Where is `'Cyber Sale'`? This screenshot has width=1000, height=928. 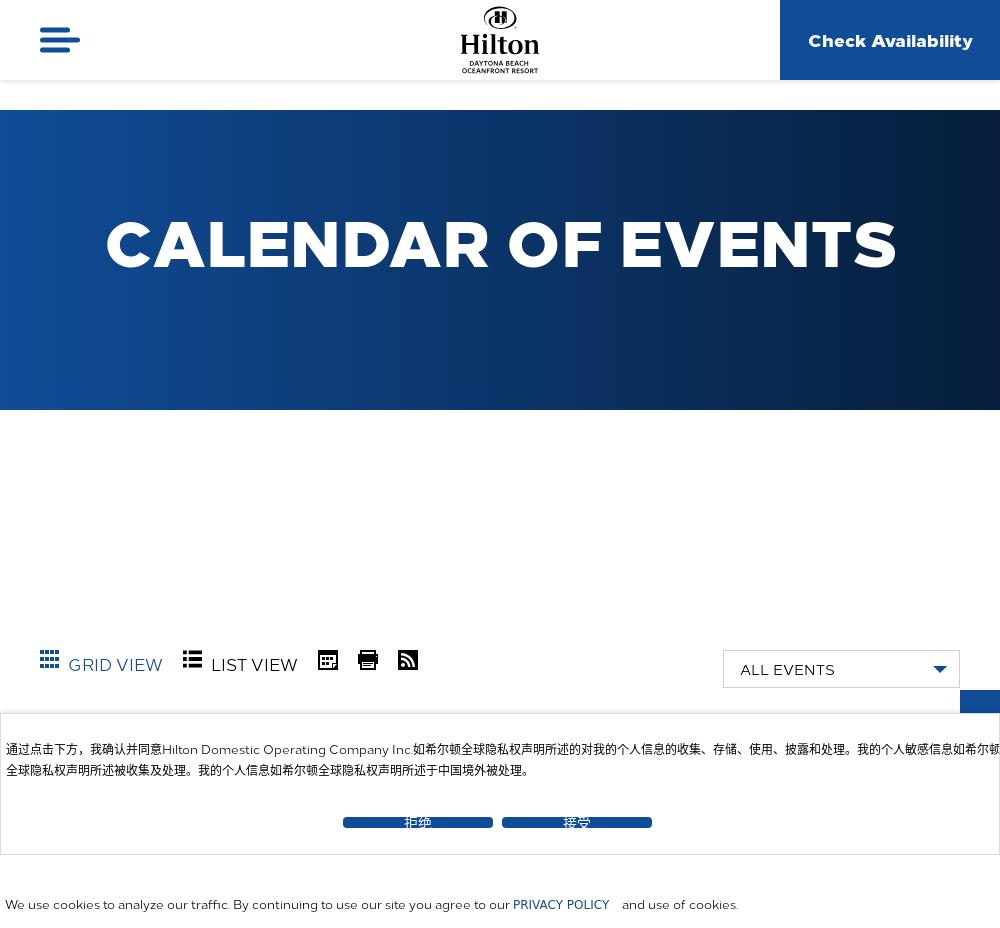 'Cyber Sale' is located at coordinates (894, 725).